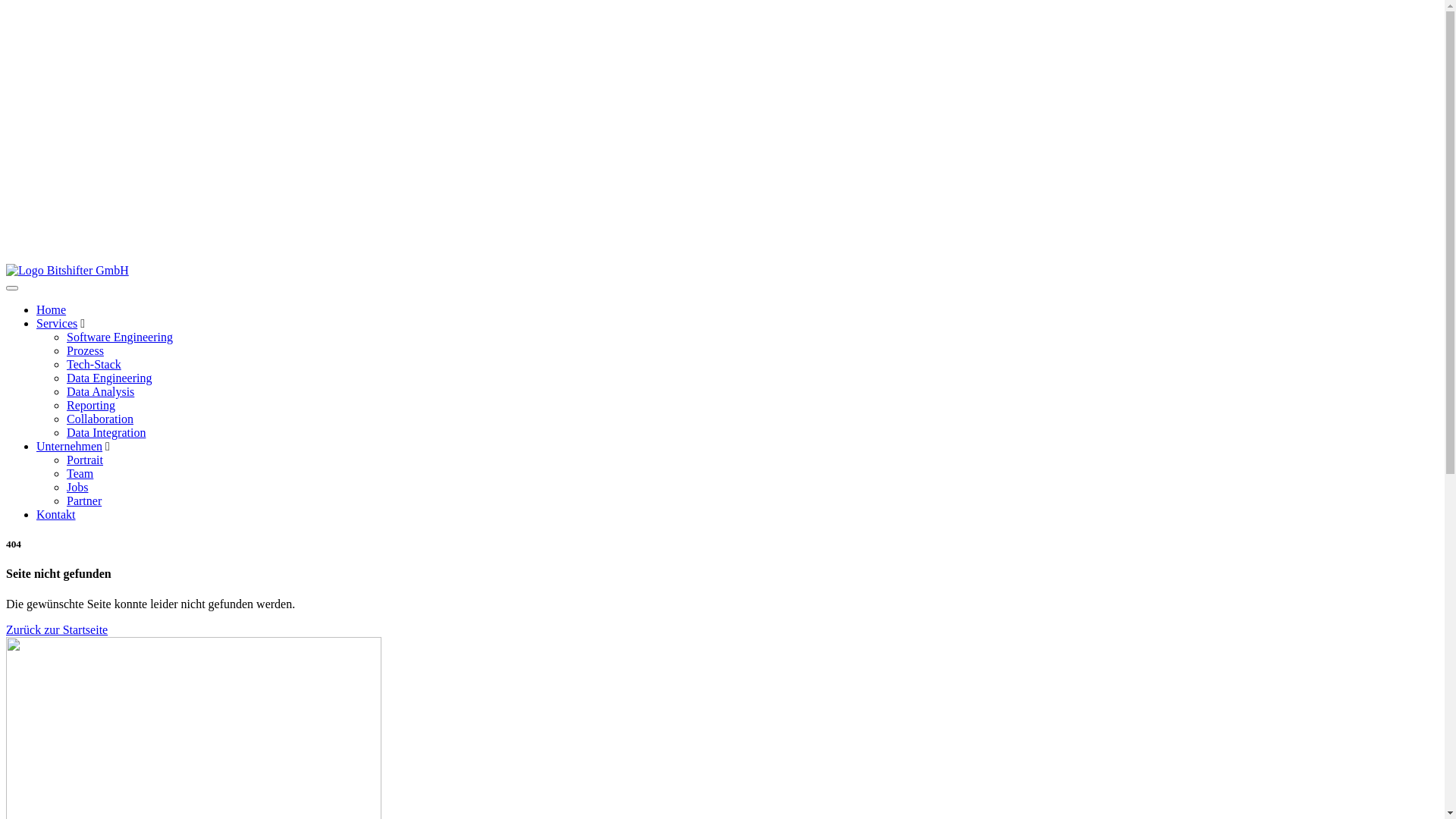 The height and width of the screenshot is (819, 1456). What do you see at coordinates (108, 377) in the screenshot?
I see `'Data Engineering'` at bounding box center [108, 377].